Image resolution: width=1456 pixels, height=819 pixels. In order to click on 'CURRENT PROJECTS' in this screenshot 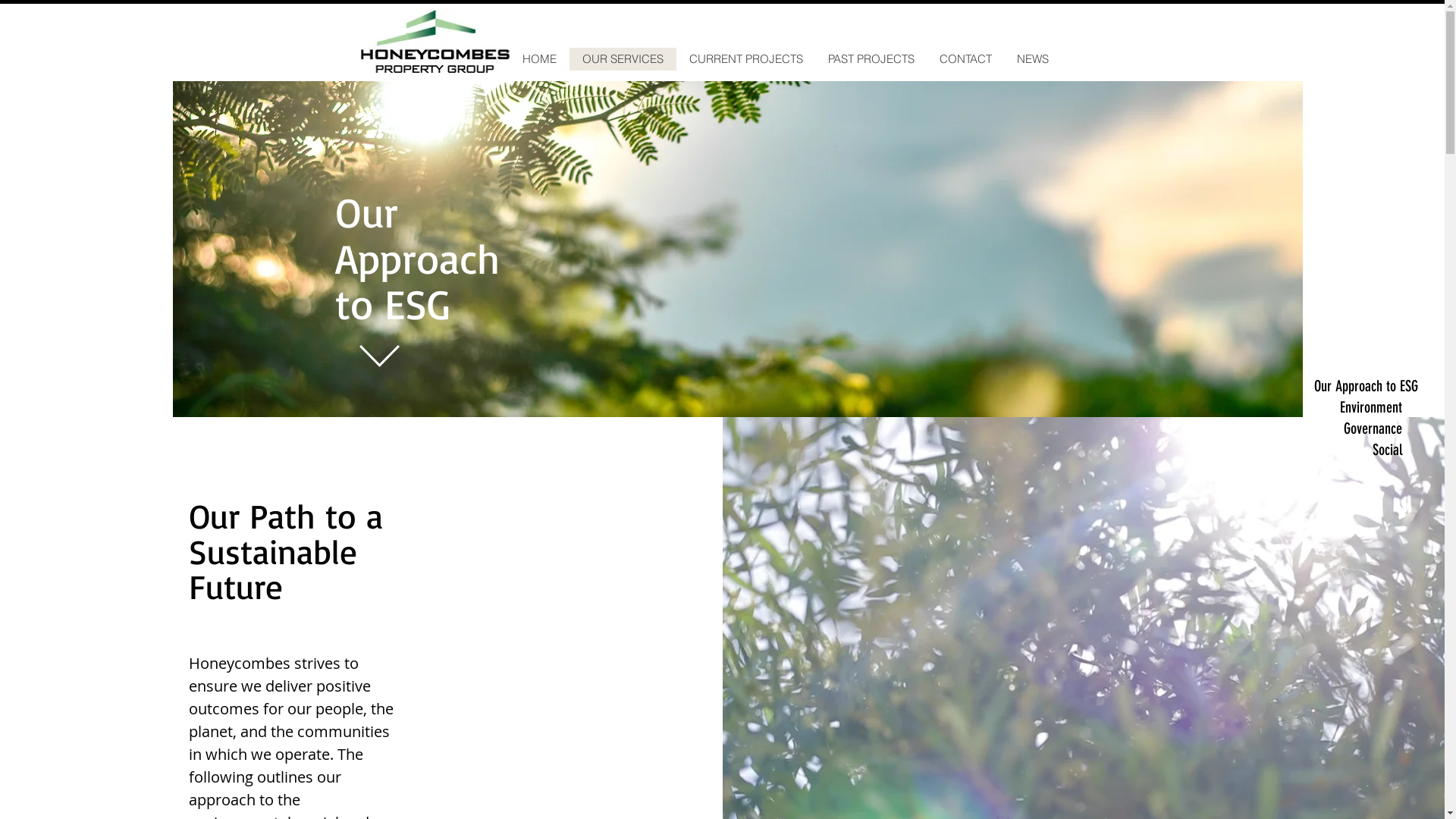, I will do `click(676, 58)`.